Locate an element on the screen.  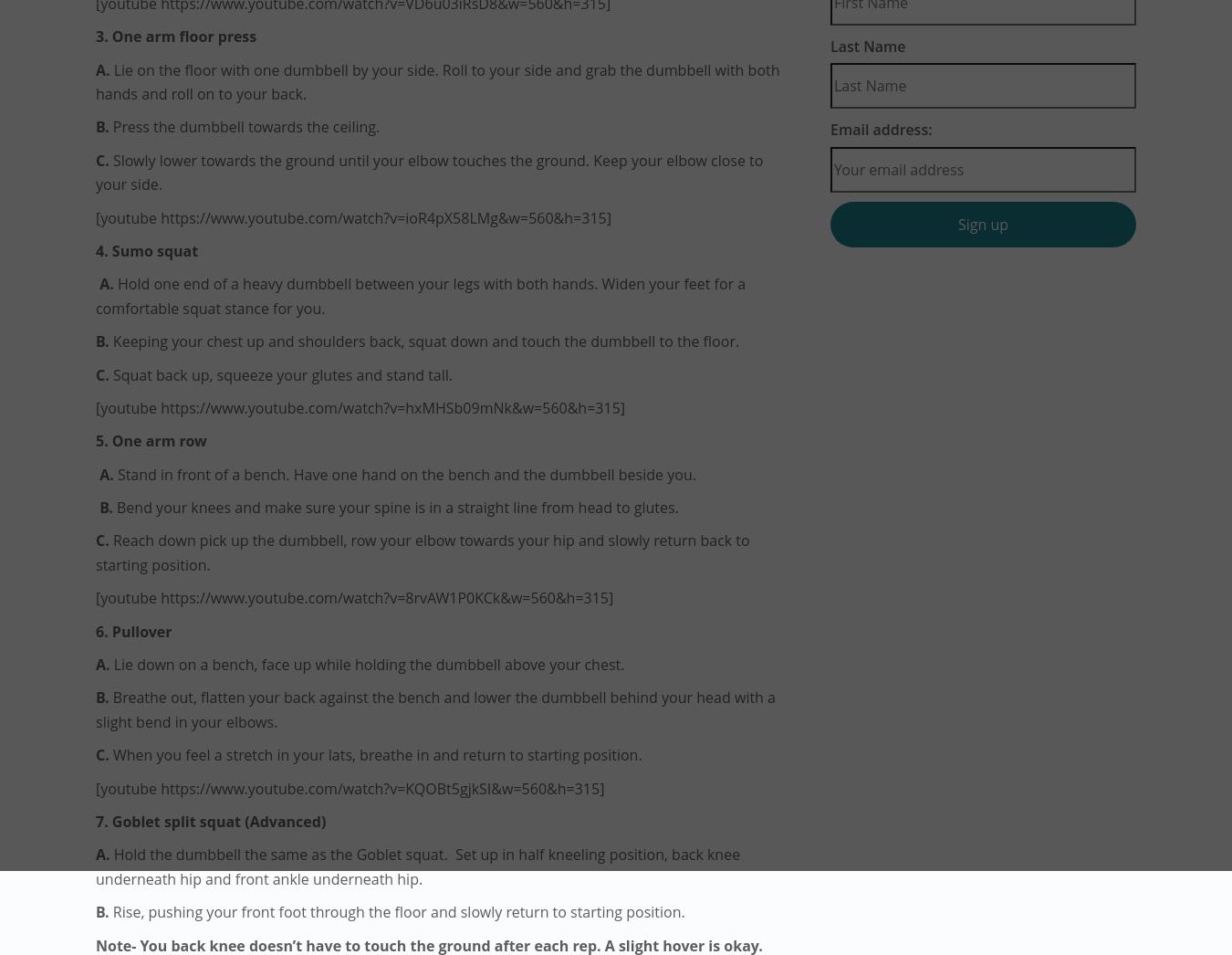
'3. One arm floor press' is located at coordinates (95, 35).